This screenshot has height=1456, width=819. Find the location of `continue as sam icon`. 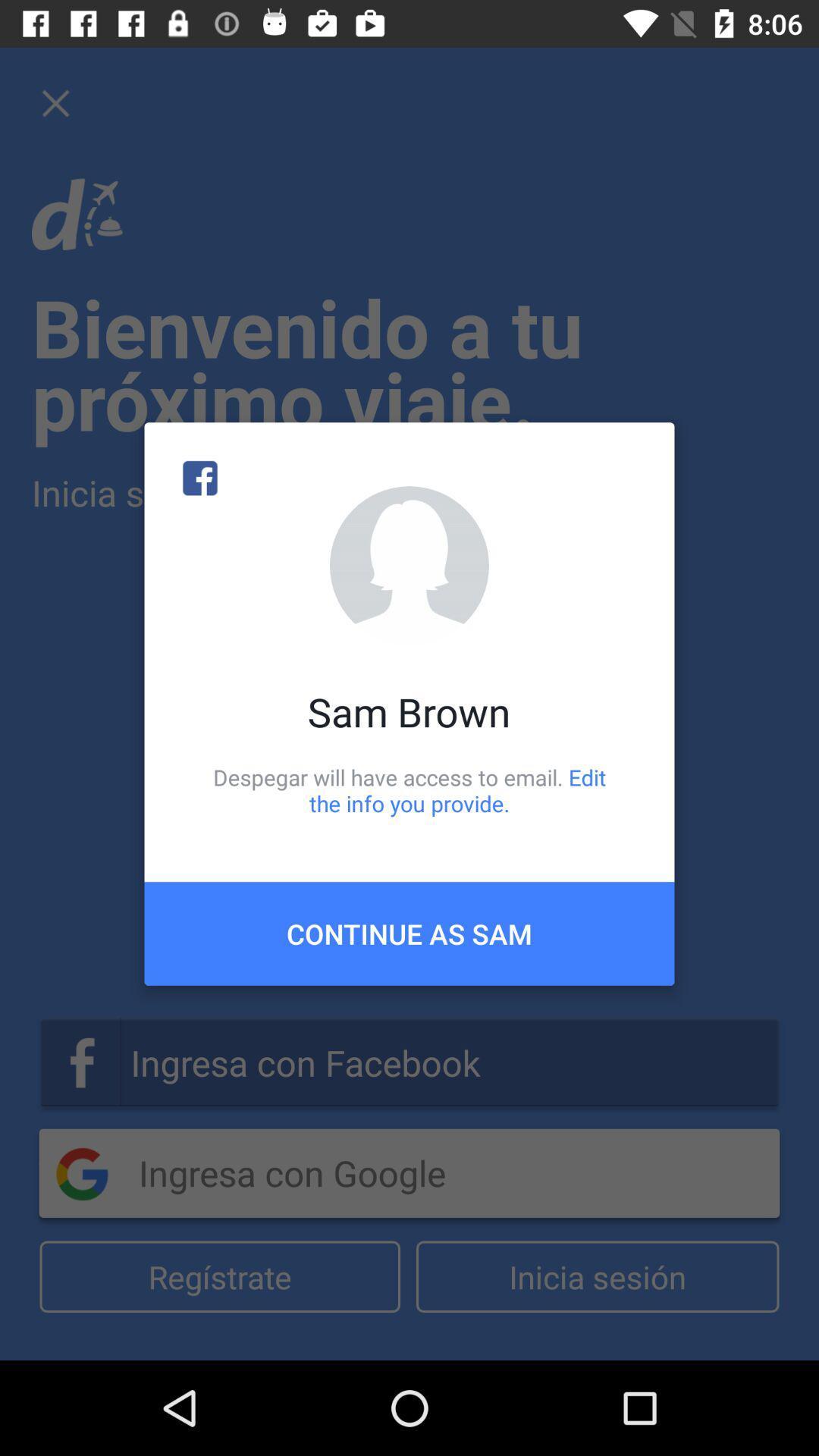

continue as sam icon is located at coordinates (409, 933).